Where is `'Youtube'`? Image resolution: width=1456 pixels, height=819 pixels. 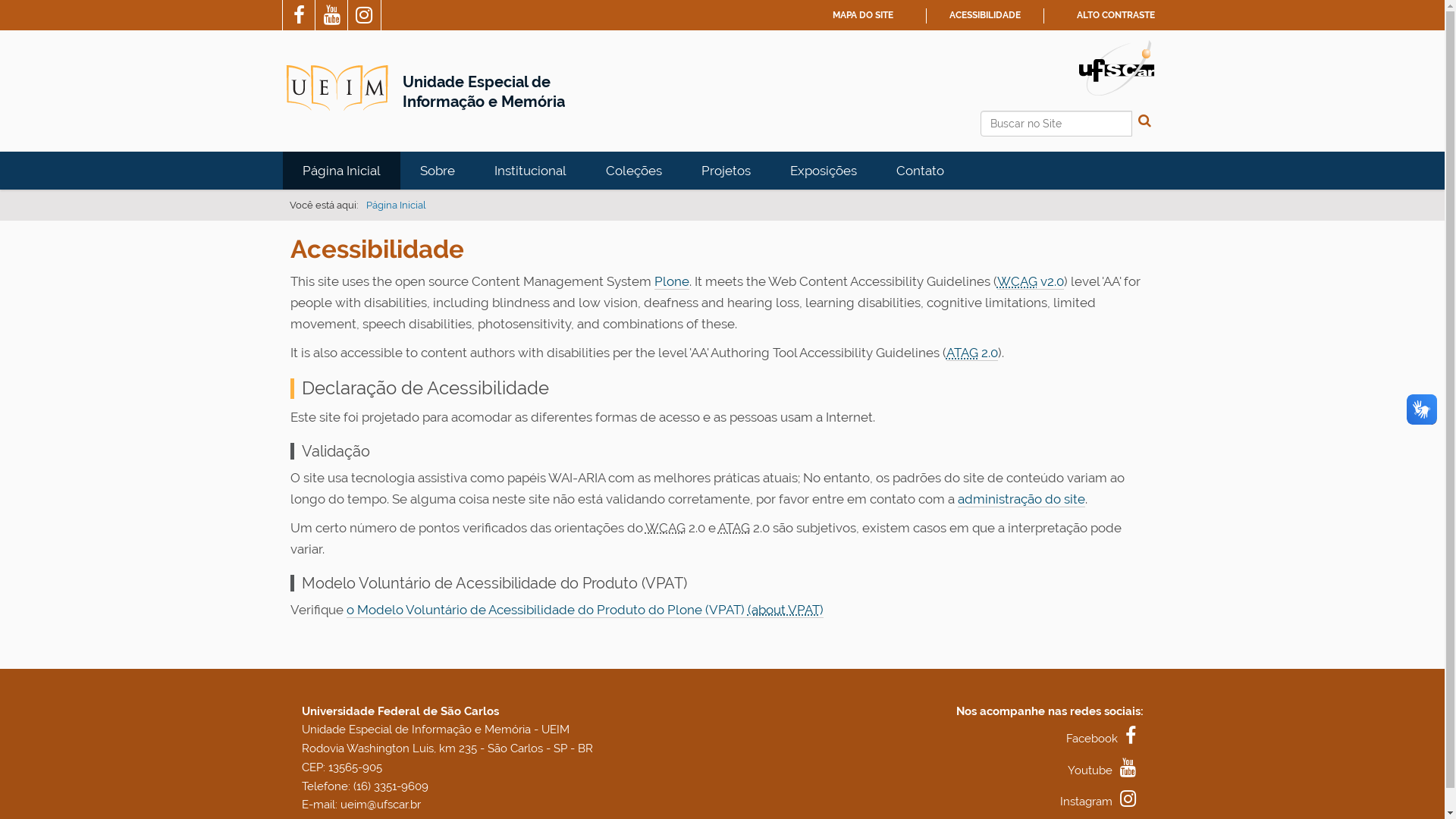 'Youtube' is located at coordinates (1106, 770).